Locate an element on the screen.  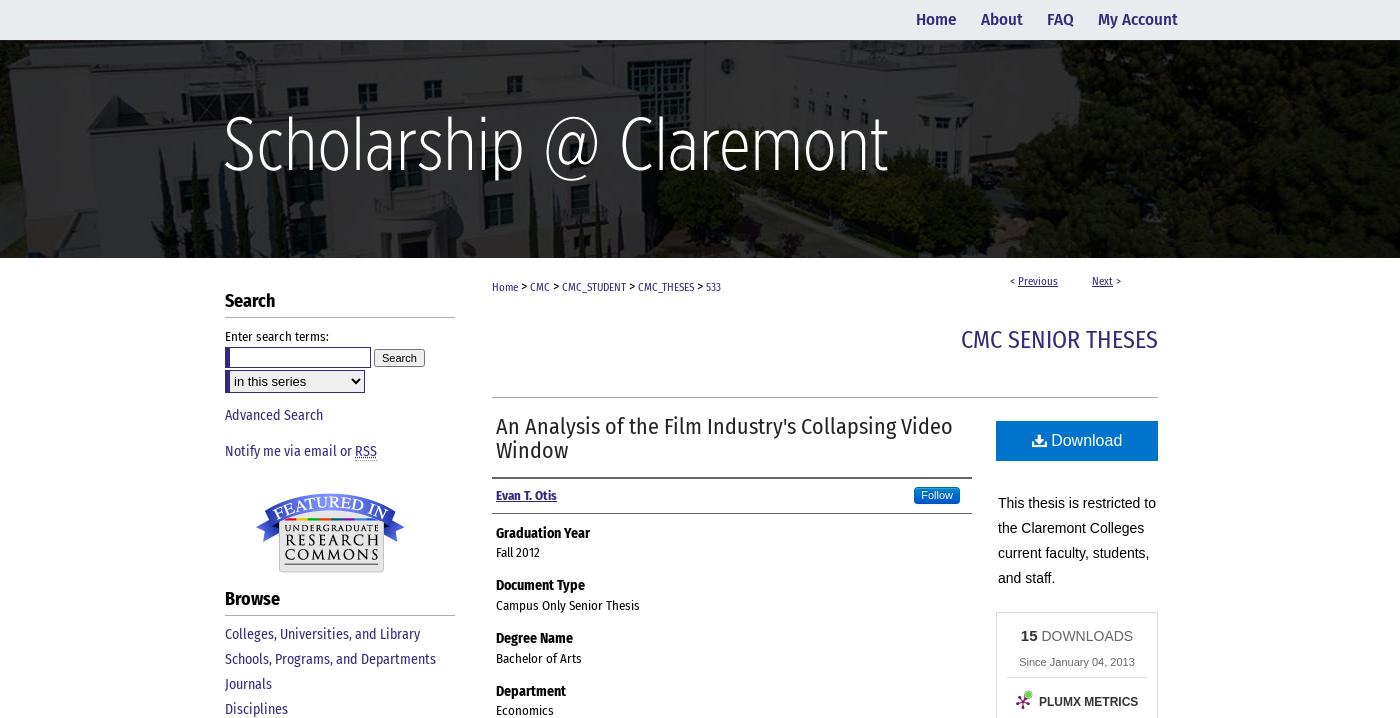
'DOWNLOADS' is located at coordinates (1085, 633).